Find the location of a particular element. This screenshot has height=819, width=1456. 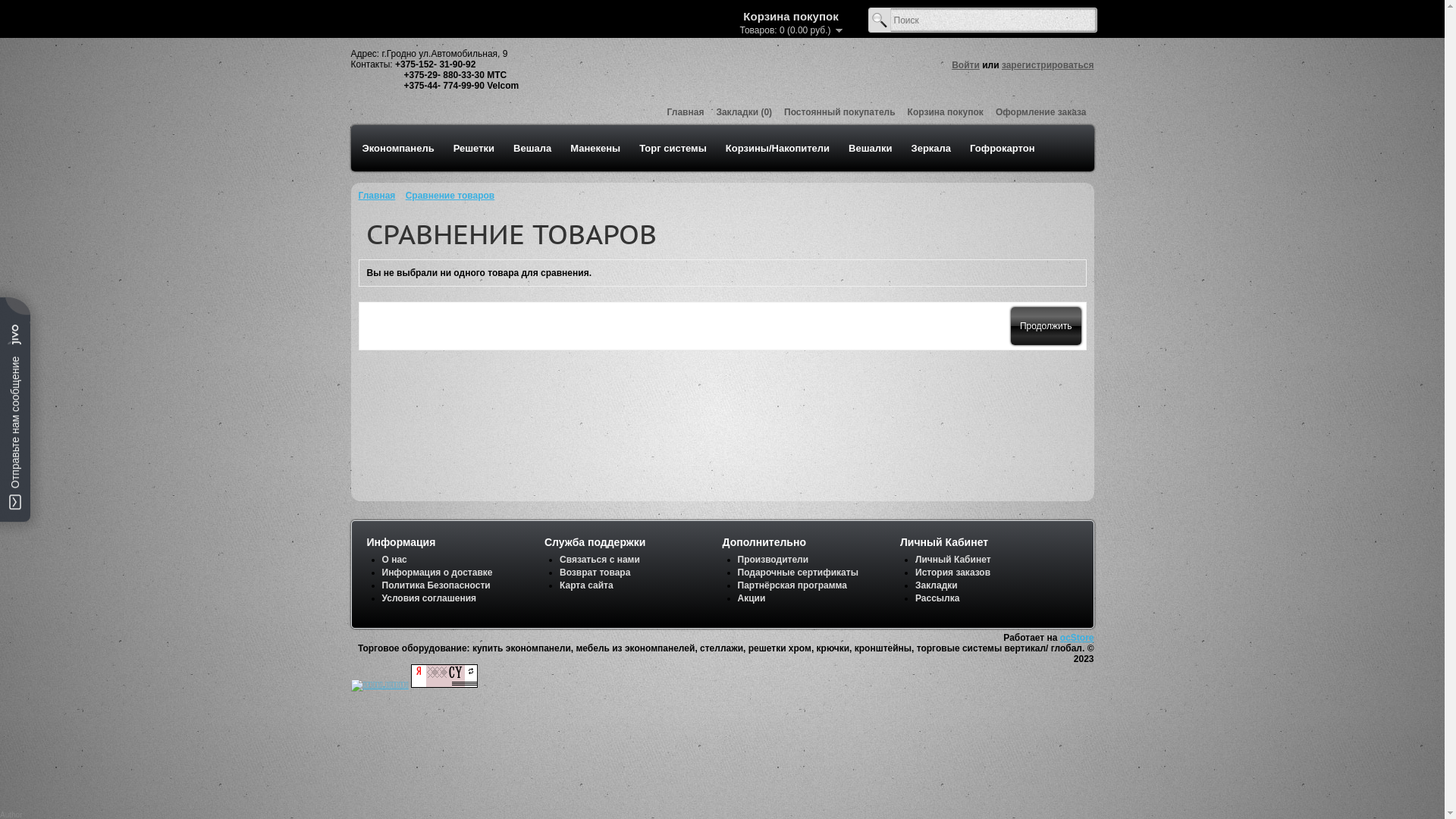

'ocStore' is located at coordinates (1076, 637).